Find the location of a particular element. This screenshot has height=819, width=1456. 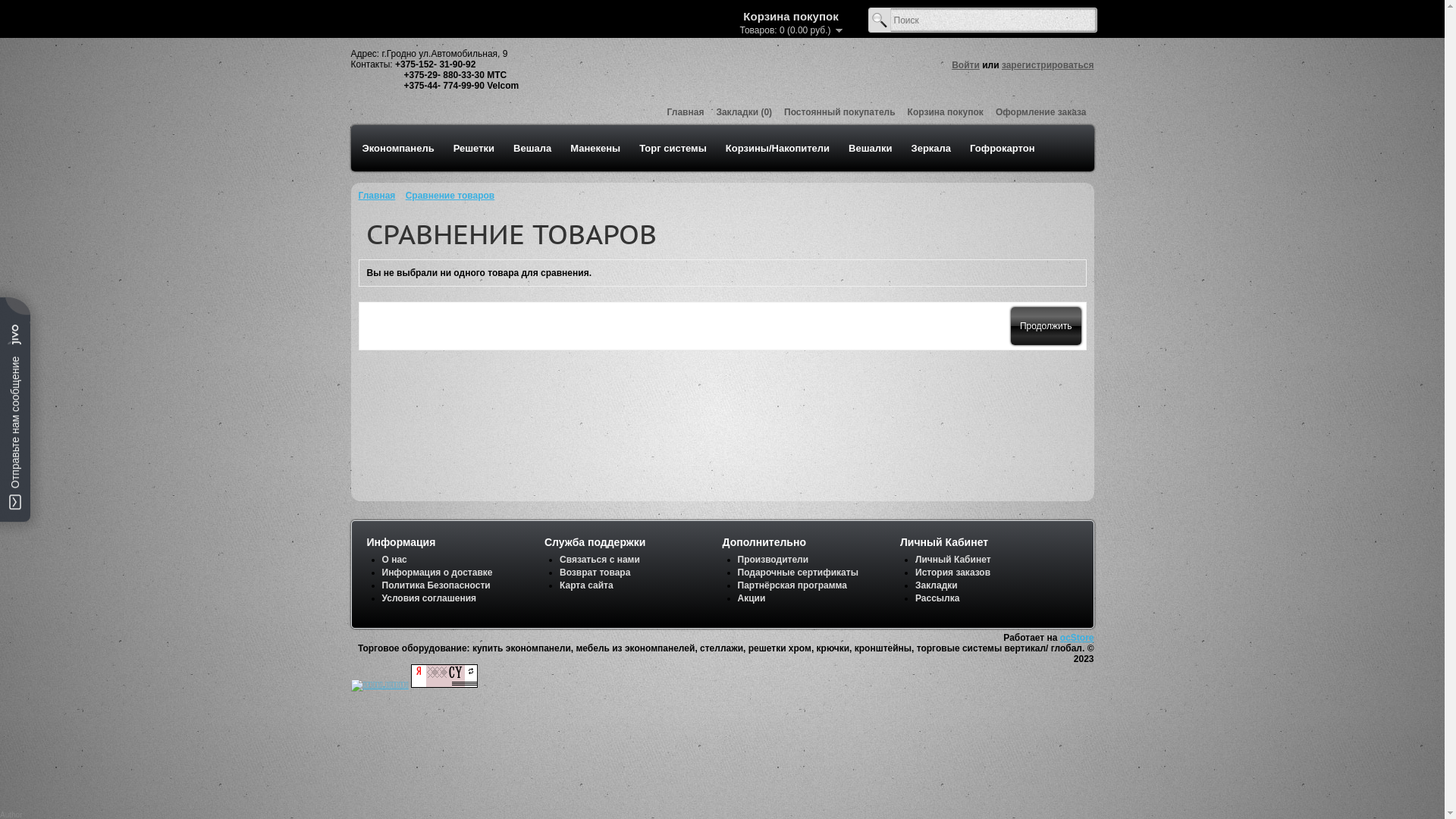

'ocStore' is located at coordinates (1076, 637).